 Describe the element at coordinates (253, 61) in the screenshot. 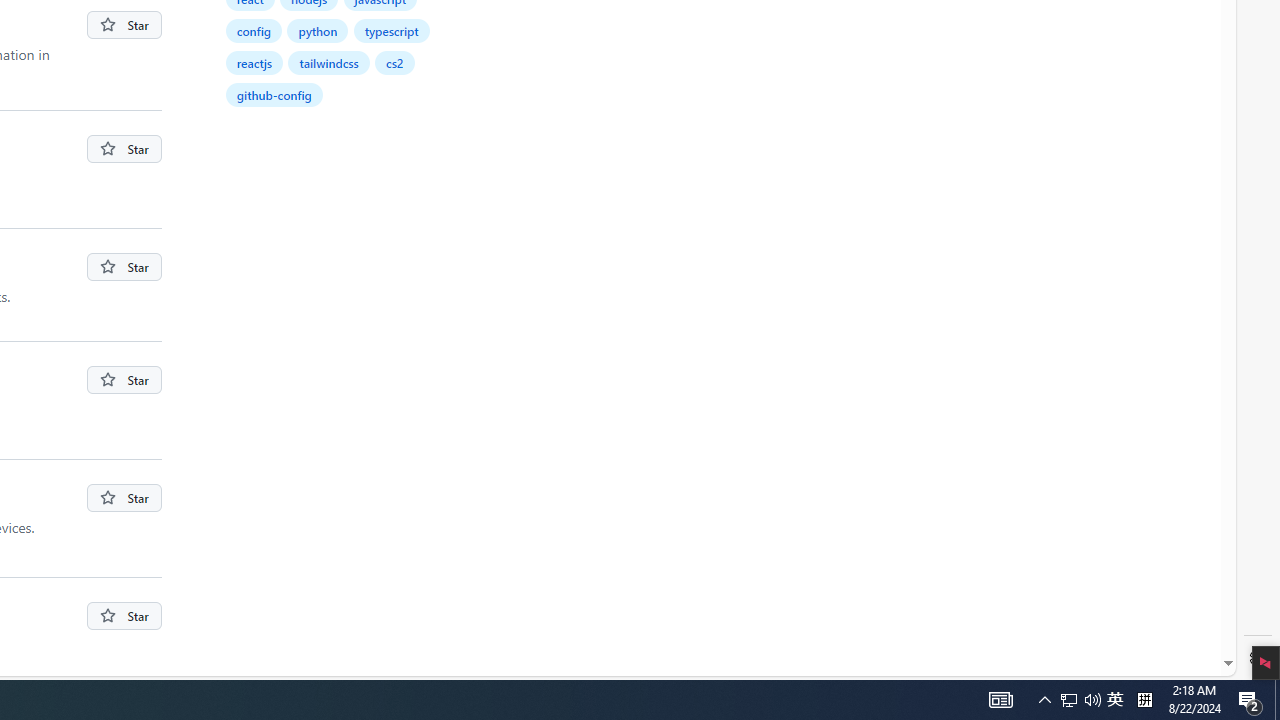

I see `'reactjs'` at that location.